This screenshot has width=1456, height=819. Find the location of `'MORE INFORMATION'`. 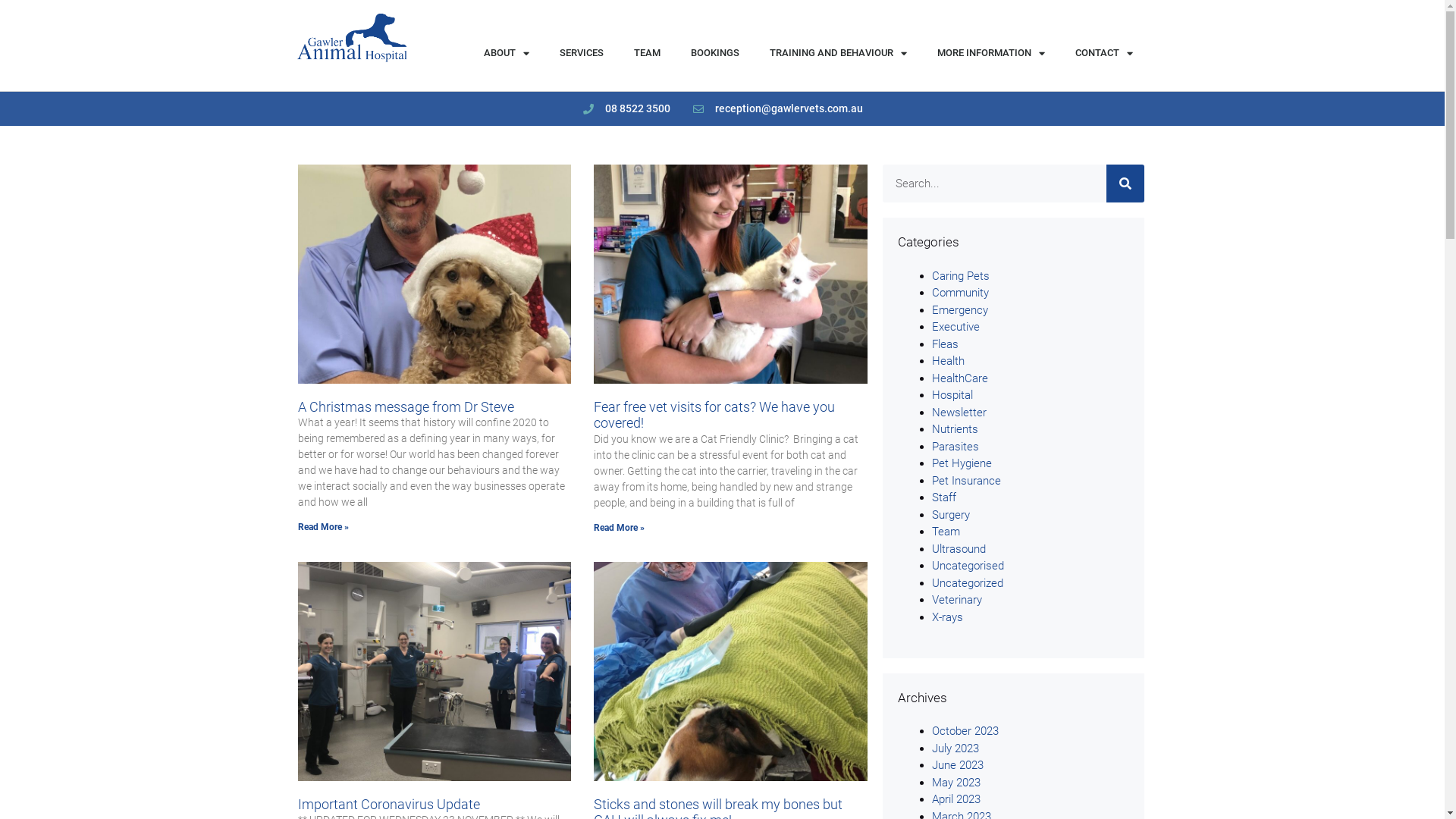

'MORE INFORMATION' is located at coordinates (990, 52).